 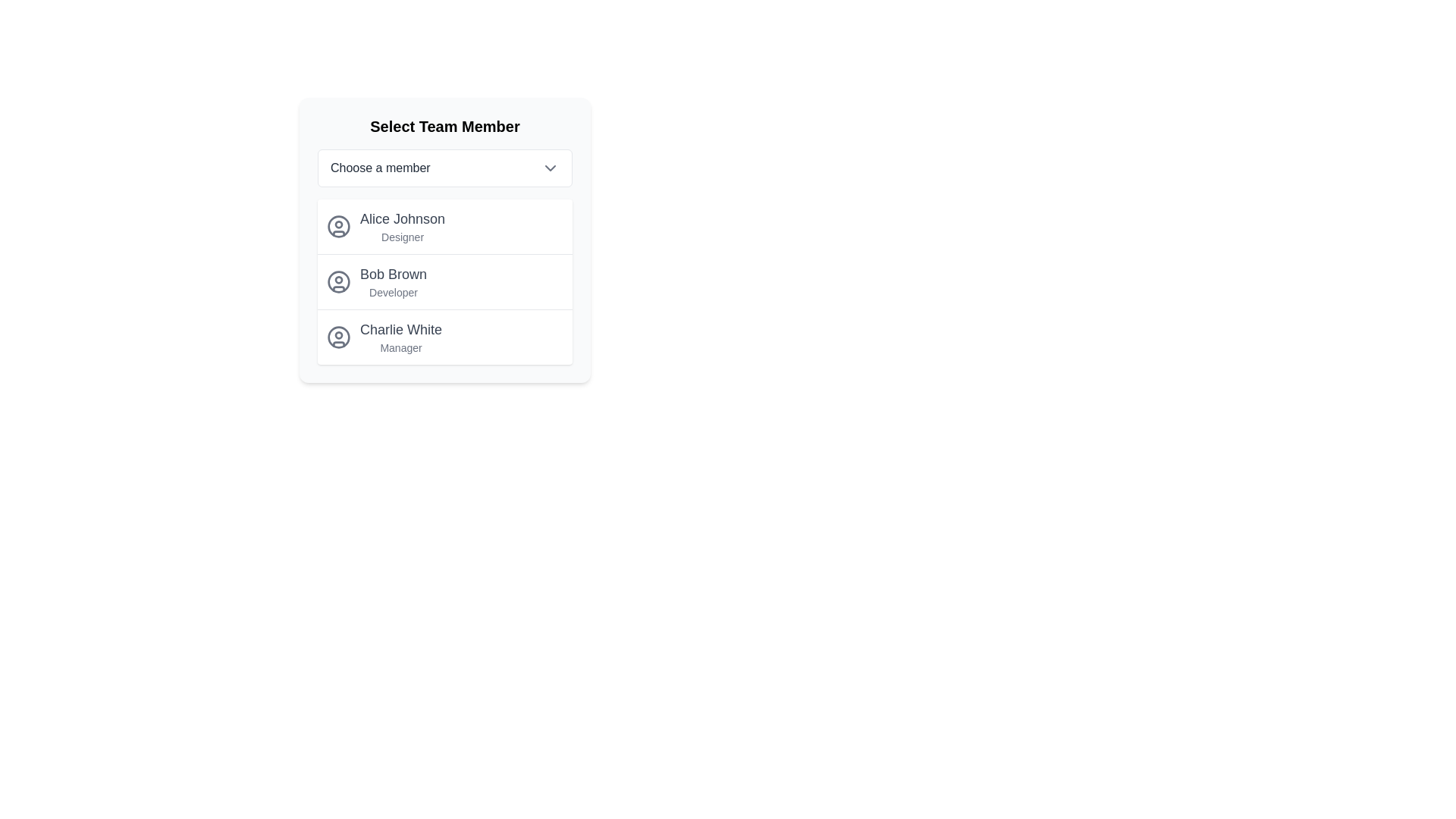 What do you see at coordinates (337, 227) in the screenshot?
I see `the user profile icon, which is a circular outline containing a smaller circle at the upper center, located to the left of the text 'Alice Johnson Designer' in the 'Select Team Member' interface` at bounding box center [337, 227].